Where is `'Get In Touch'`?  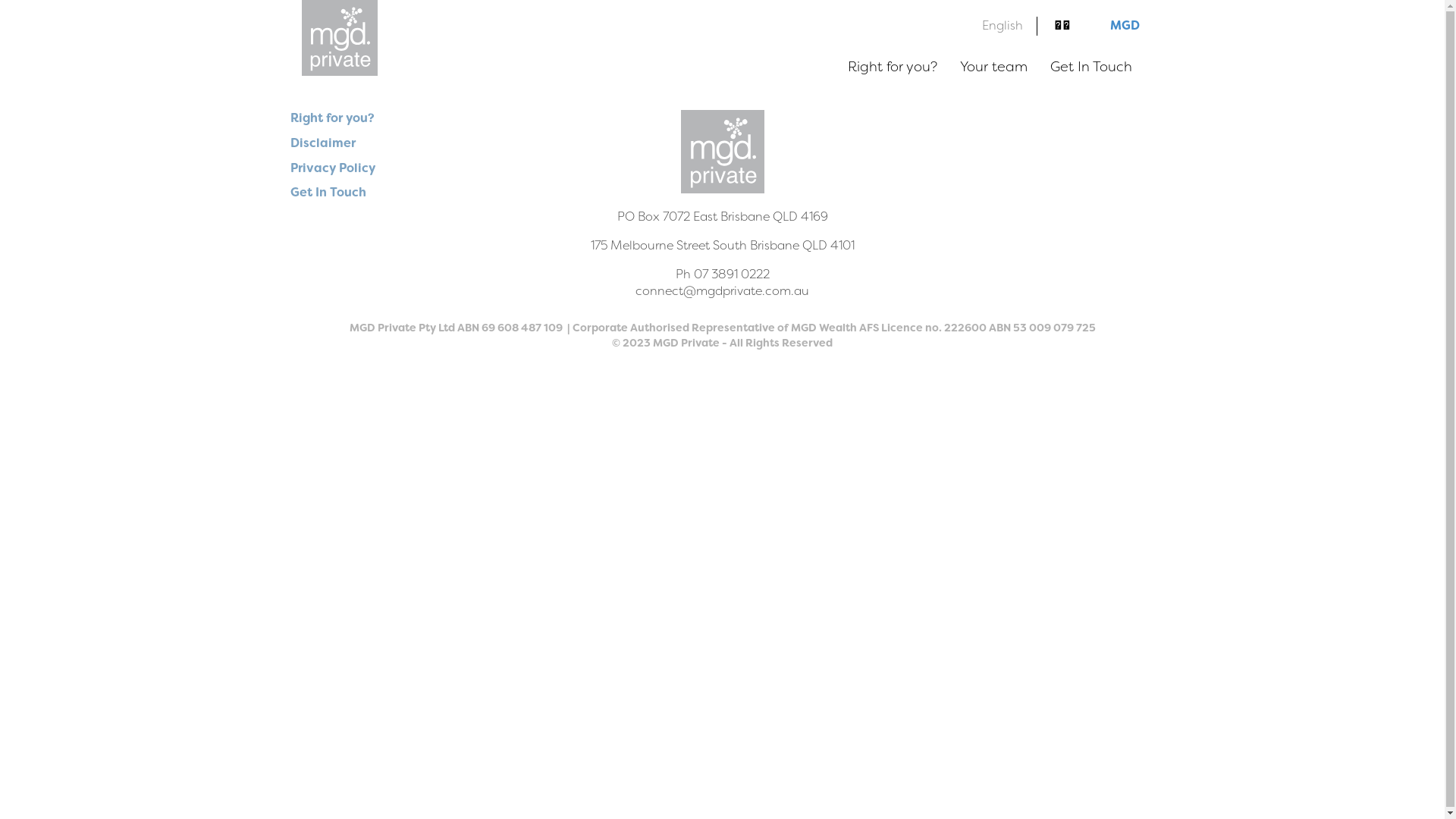 'Get In Touch' is located at coordinates (1090, 66).